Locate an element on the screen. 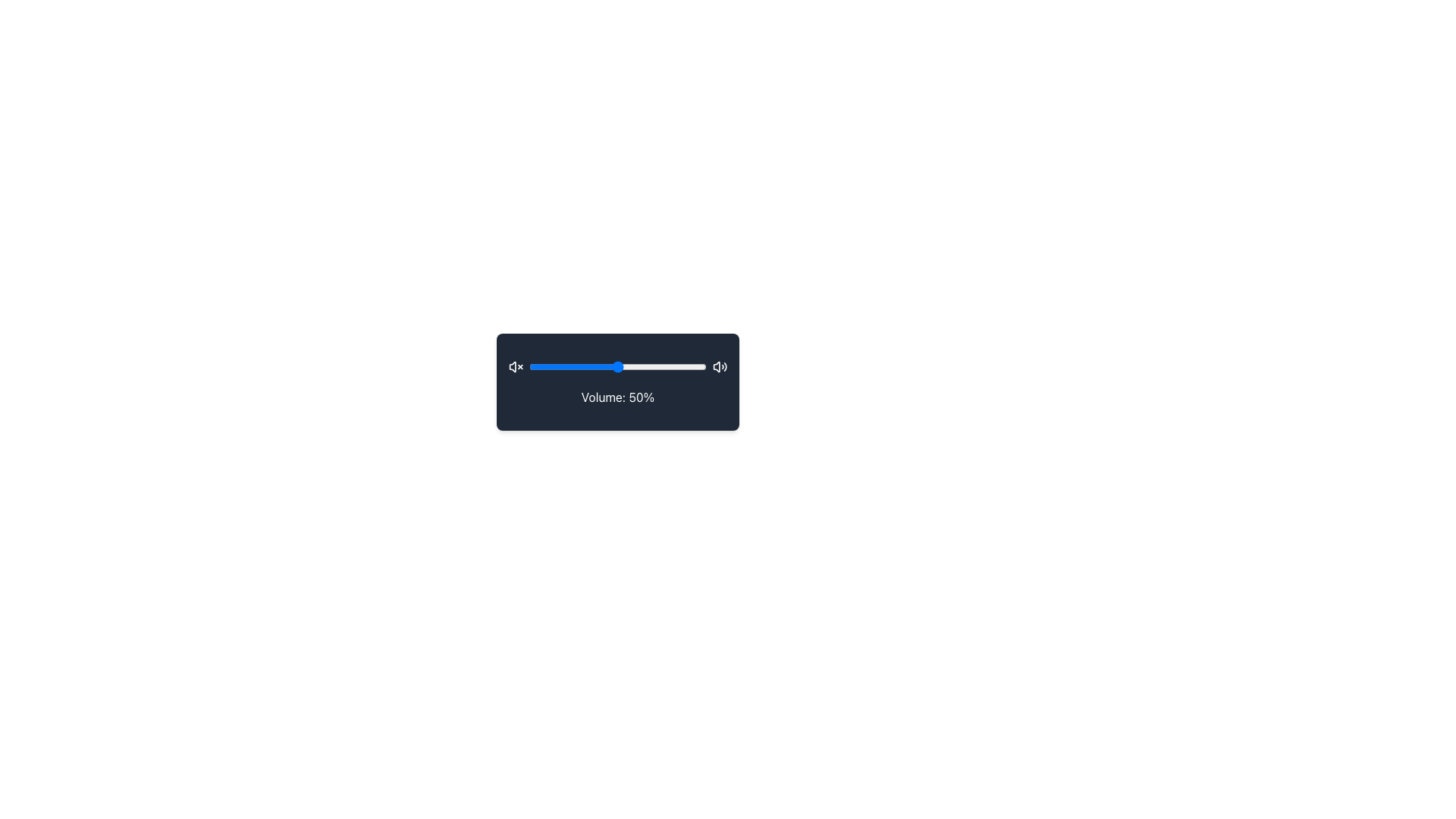 This screenshot has width=1456, height=819. loudspeaker SVG icon with sound waves, which is located at the far-right of the volume control interface, by clicking on it is located at coordinates (719, 366).